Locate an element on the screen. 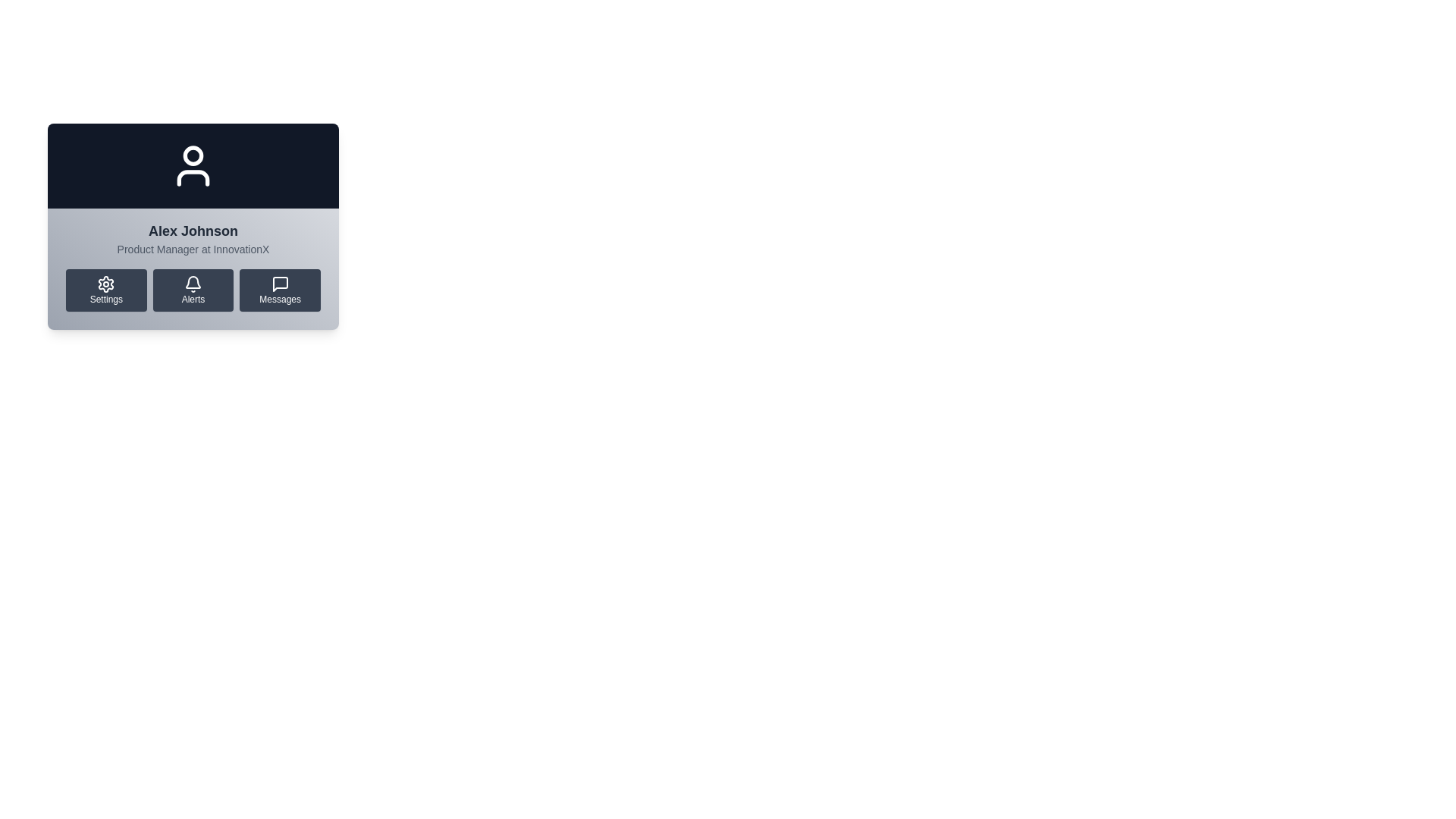 This screenshot has width=1456, height=819. the text label located below the bell-shaped icon in the button structure between 'Settings' and 'Messages' at the bottom of the panel is located at coordinates (192, 299).